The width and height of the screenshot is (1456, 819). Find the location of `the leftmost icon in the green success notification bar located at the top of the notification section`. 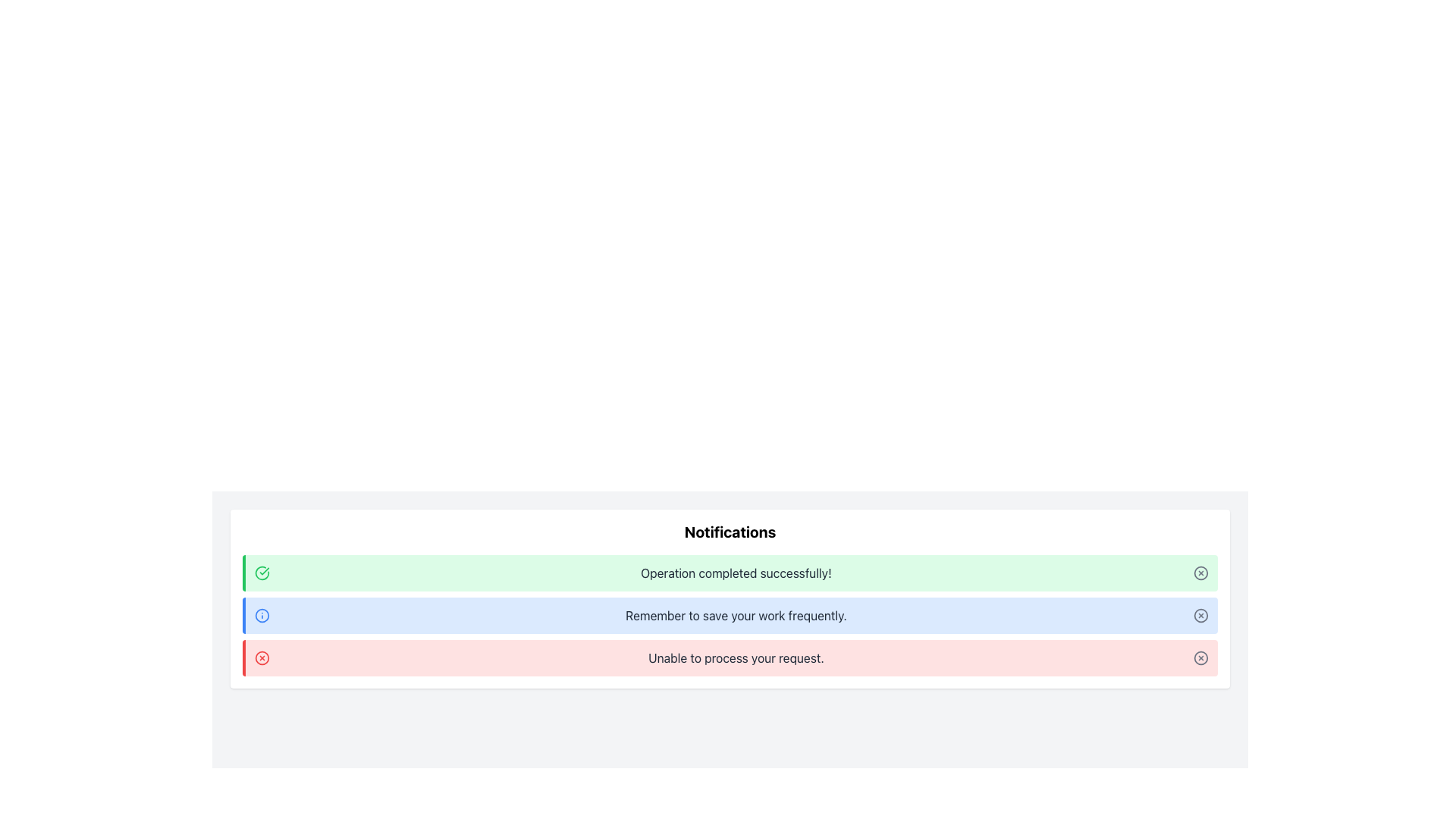

the leftmost icon in the green success notification bar located at the top of the notification section is located at coordinates (262, 573).